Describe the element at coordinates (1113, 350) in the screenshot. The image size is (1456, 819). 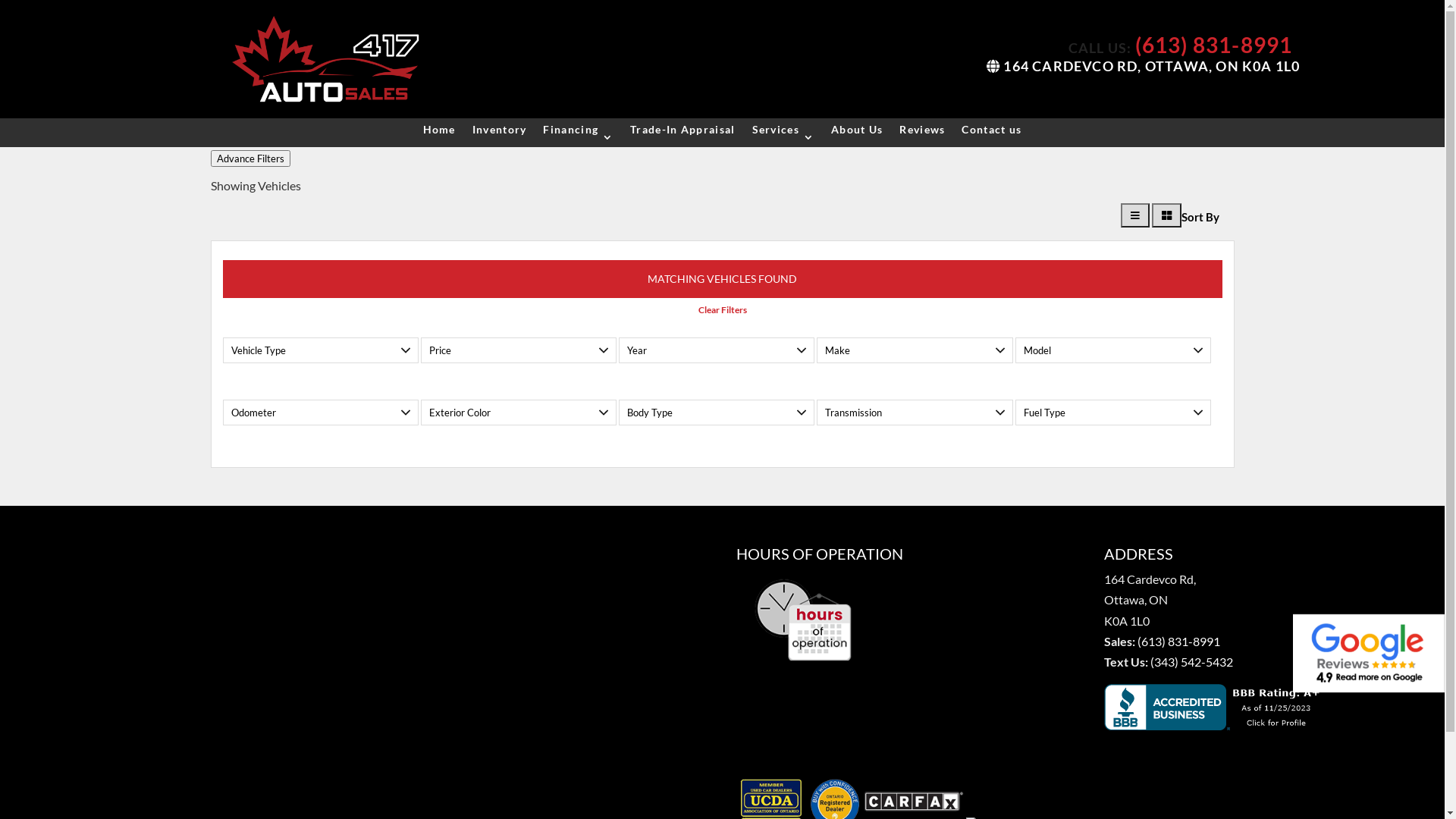
I see `'Model'` at that location.